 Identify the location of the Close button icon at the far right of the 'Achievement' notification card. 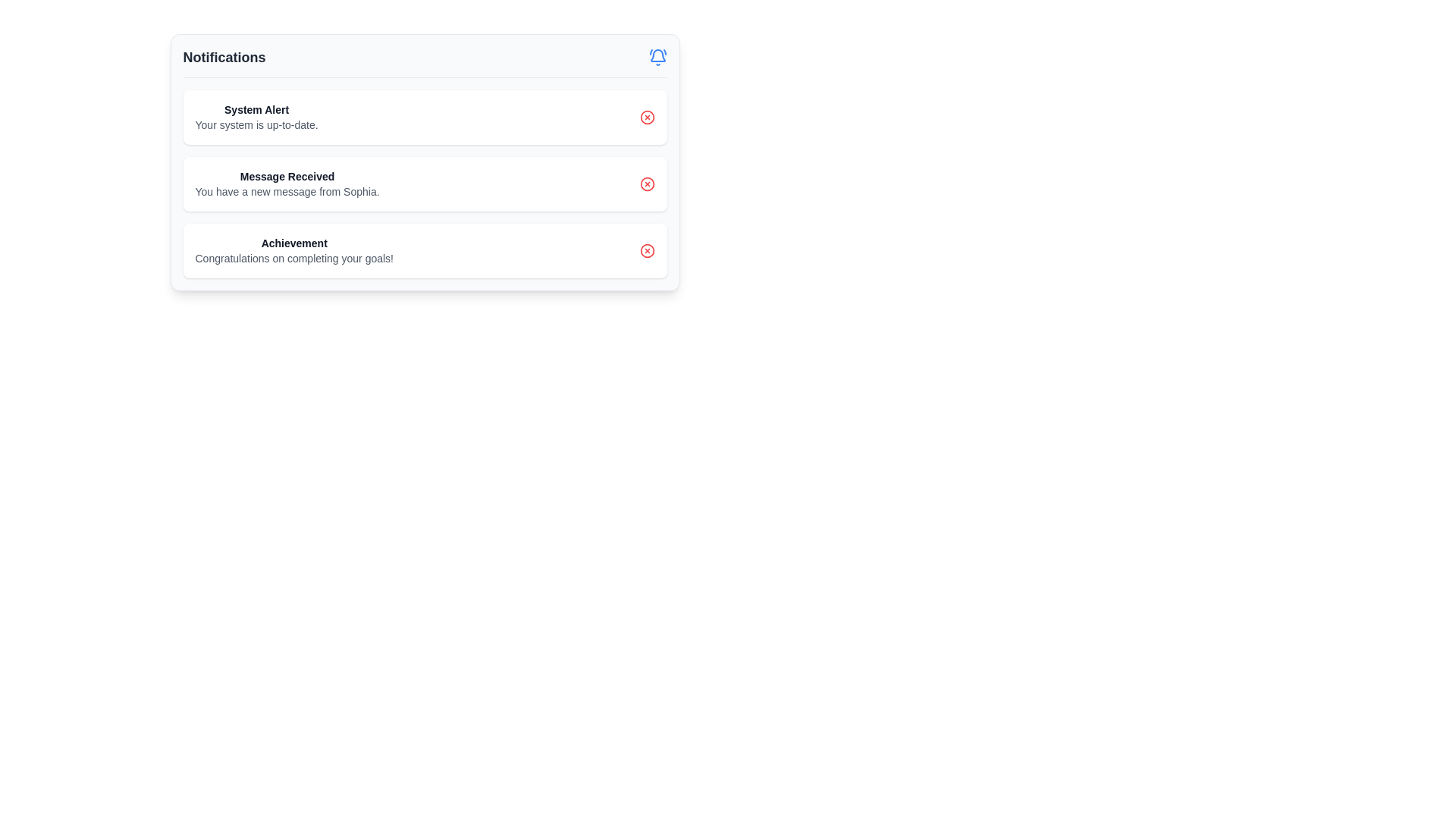
(647, 250).